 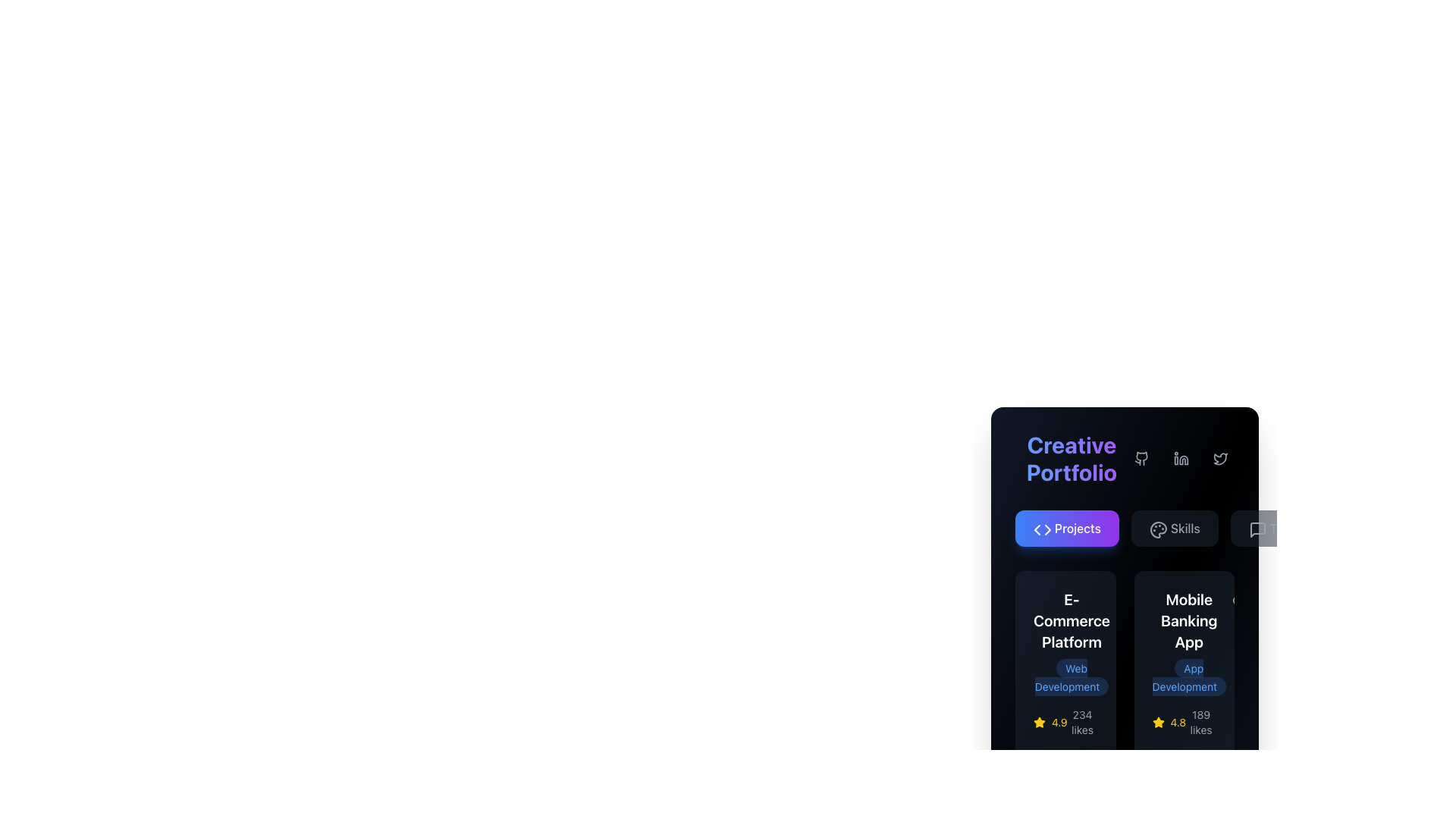 I want to click on the rating and information display component located at the bottom-right corner of the 'E-Commerce Platform' card in the project portfolio grid, so click(x=1065, y=721).